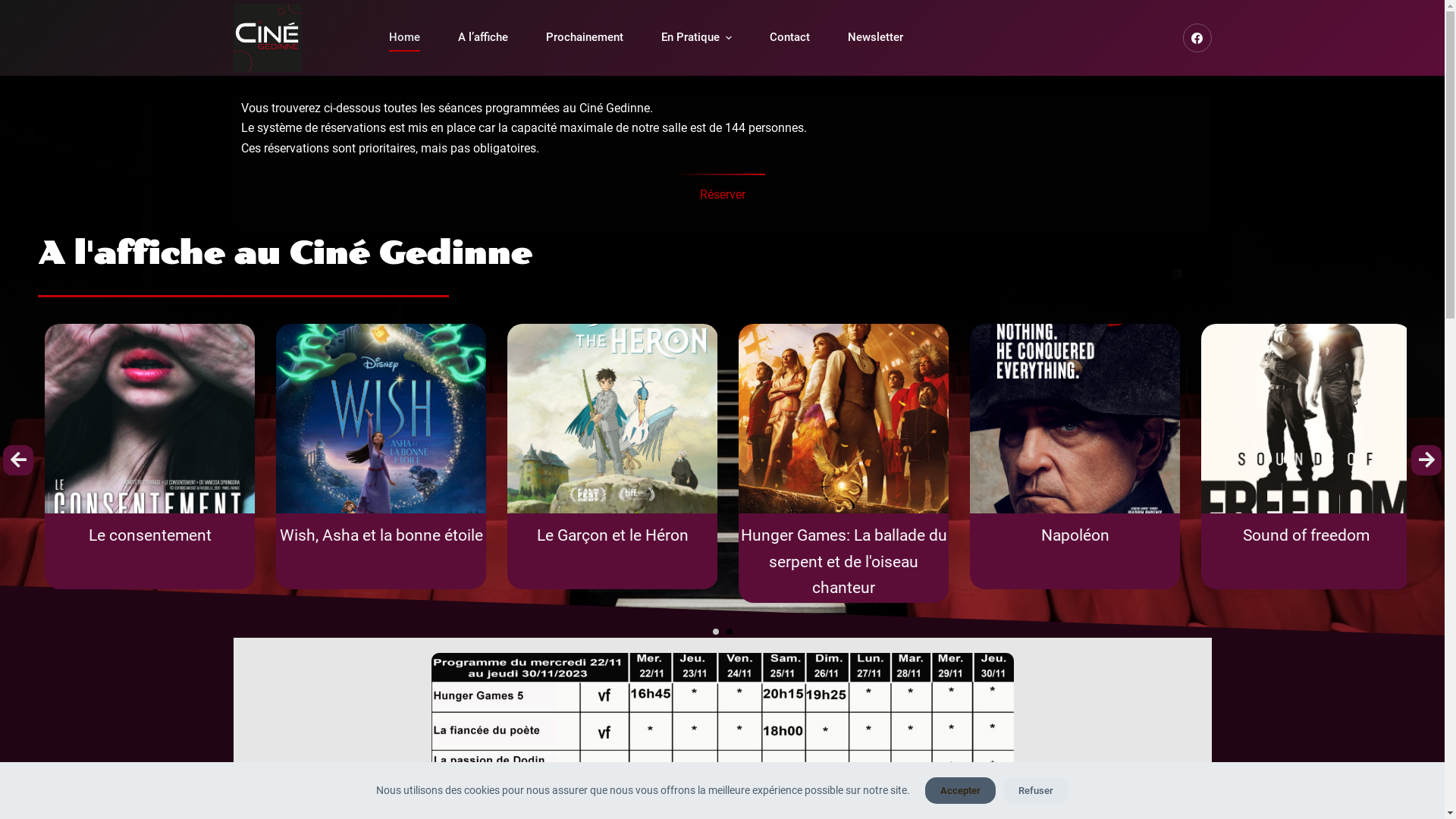 Image resolution: width=1456 pixels, height=819 pixels. Describe the element at coordinates (874, 36) in the screenshot. I see `'Newsletter'` at that location.